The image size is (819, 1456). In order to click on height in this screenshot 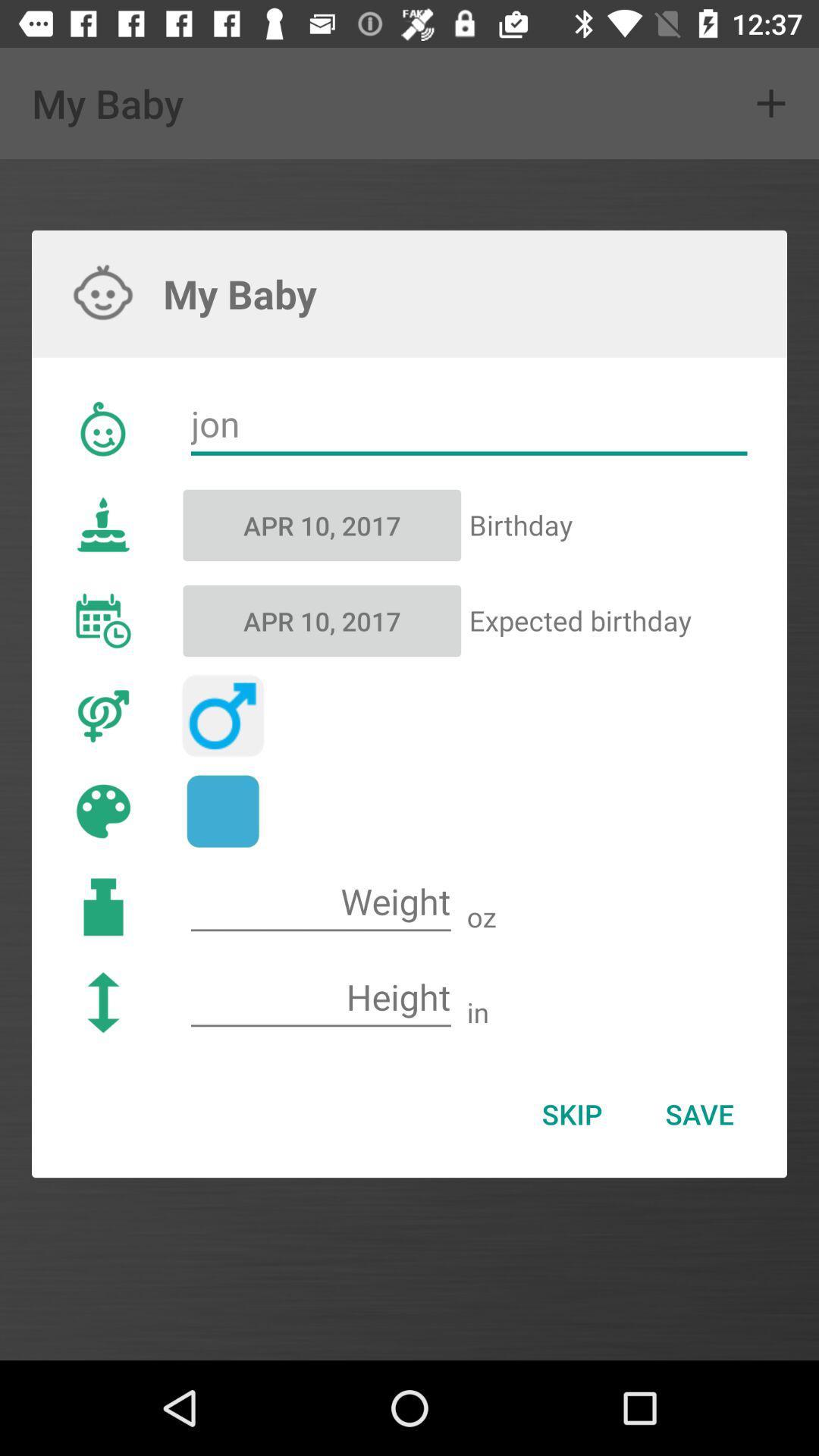, I will do `click(320, 998)`.